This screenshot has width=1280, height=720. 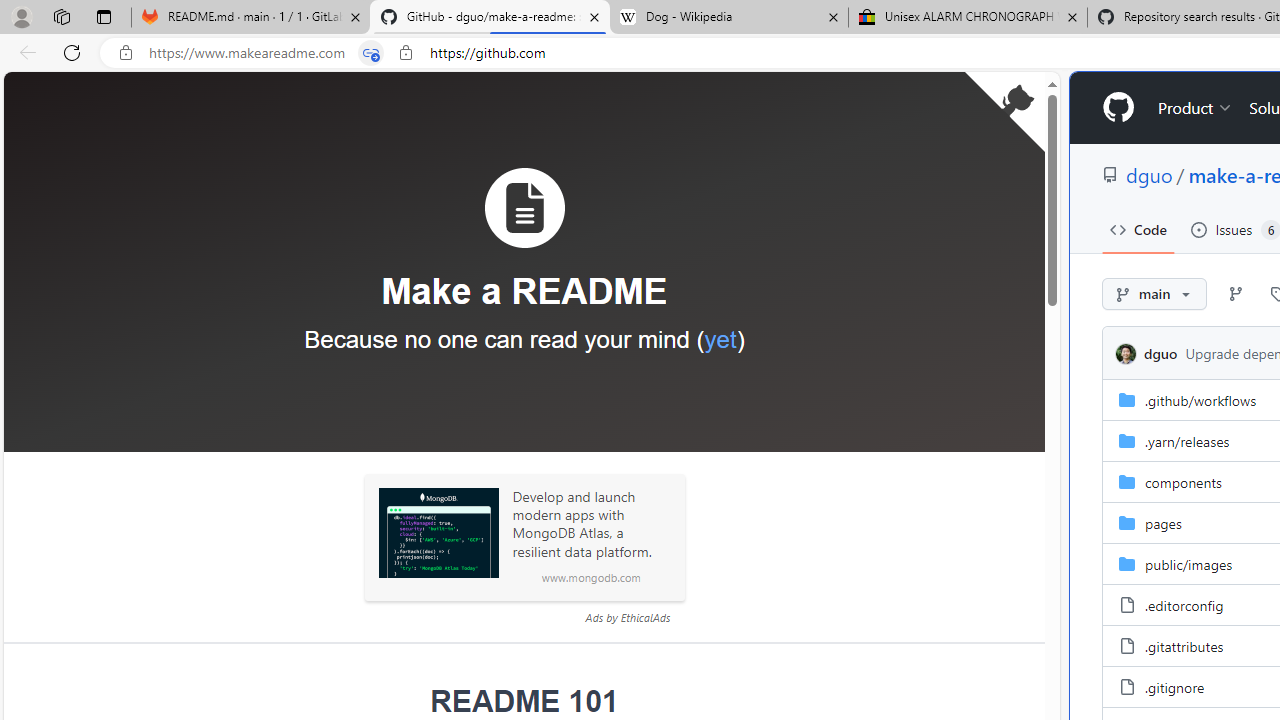 What do you see at coordinates (1195, 108) in the screenshot?
I see `'Product'` at bounding box center [1195, 108].